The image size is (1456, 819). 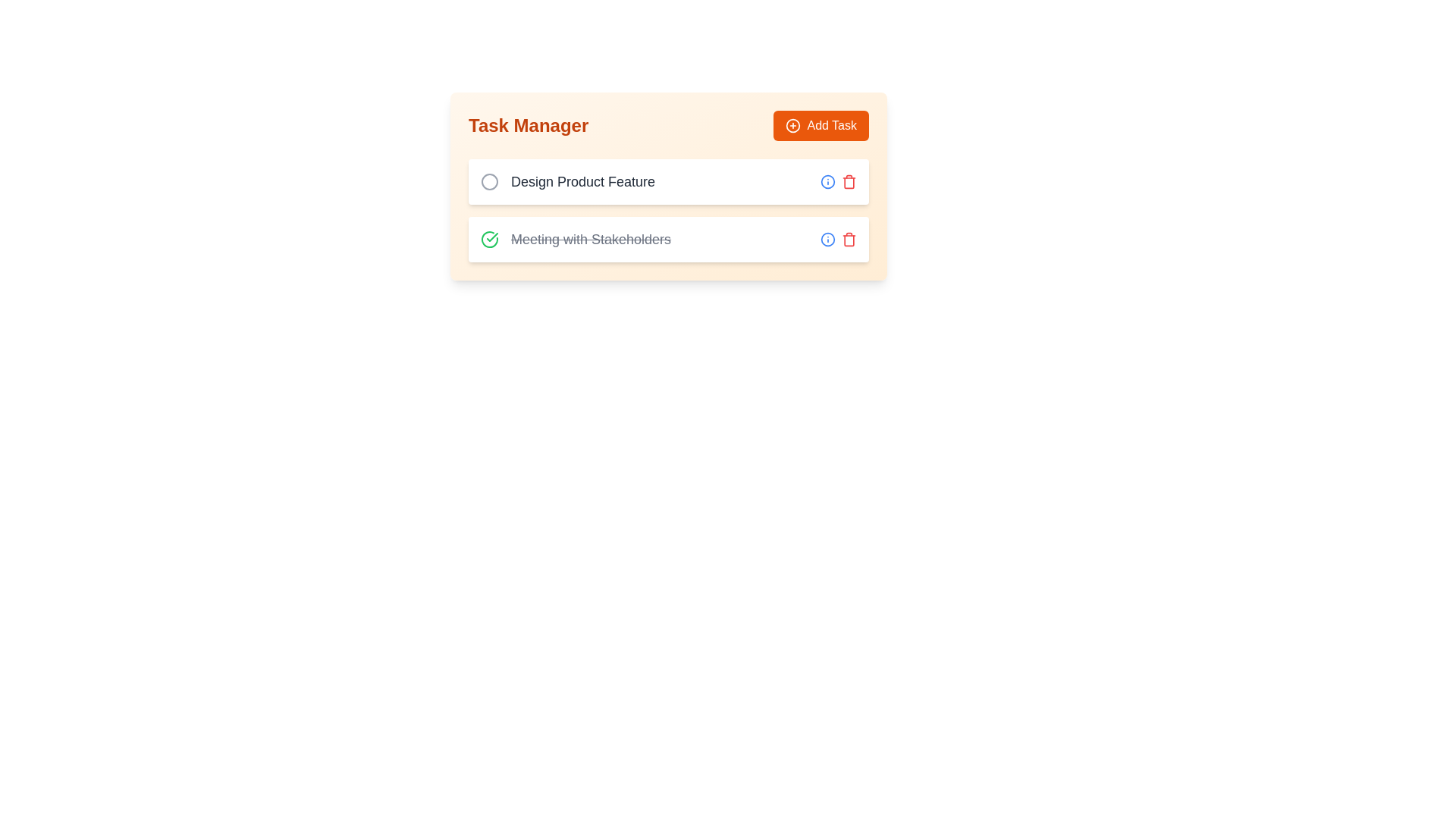 I want to click on the deletion button located as the rightmost element in the second list item of the task list, so click(x=848, y=180).